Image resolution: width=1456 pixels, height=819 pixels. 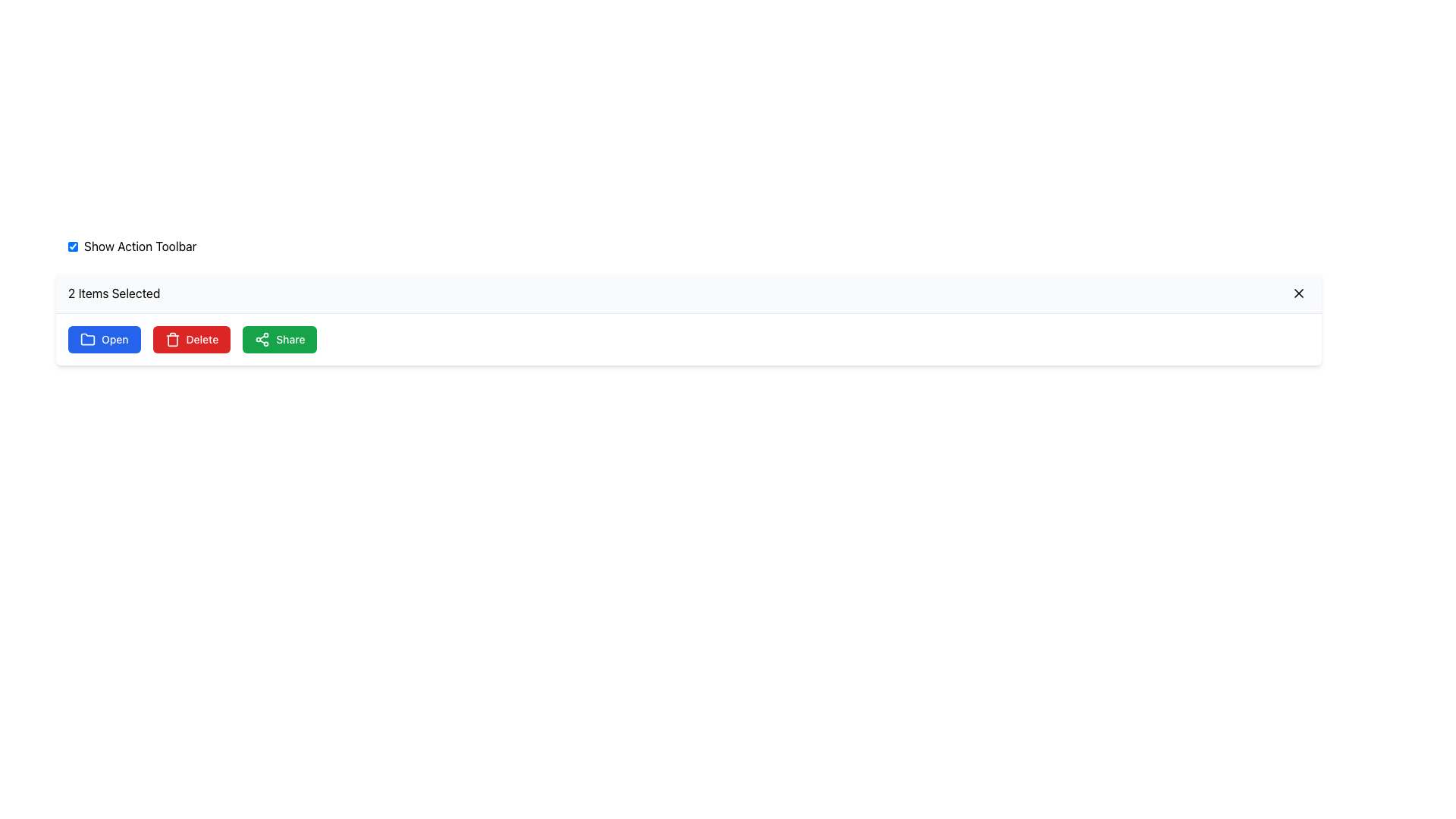 What do you see at coordinates (190, 338) in the screenshot?
I see `the 'Delete' button, which is the second button in a row of three buttons labeled 'Open', 'Delete', and 'Share'` at bounding box center [190, 338].